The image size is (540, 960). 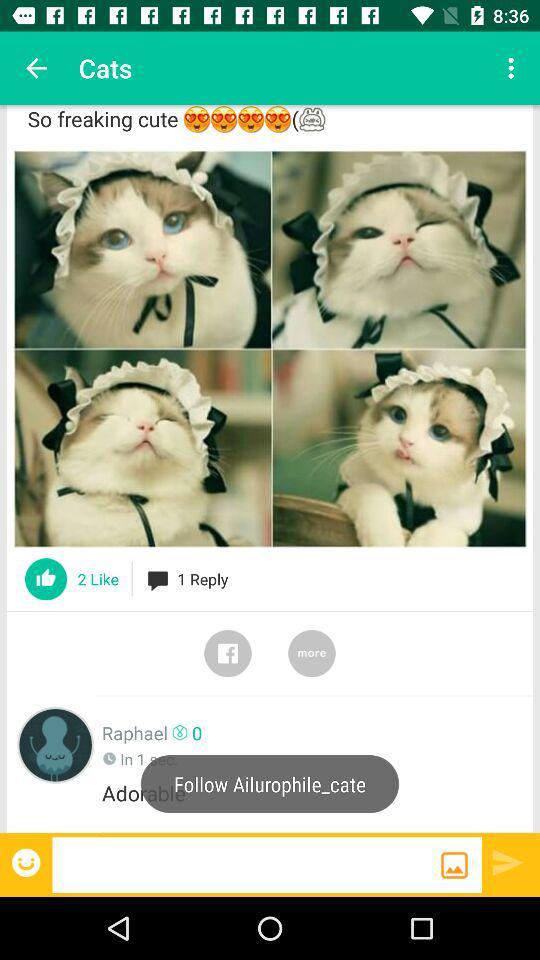 I want to click on like the image, so click(x=46, y=579).